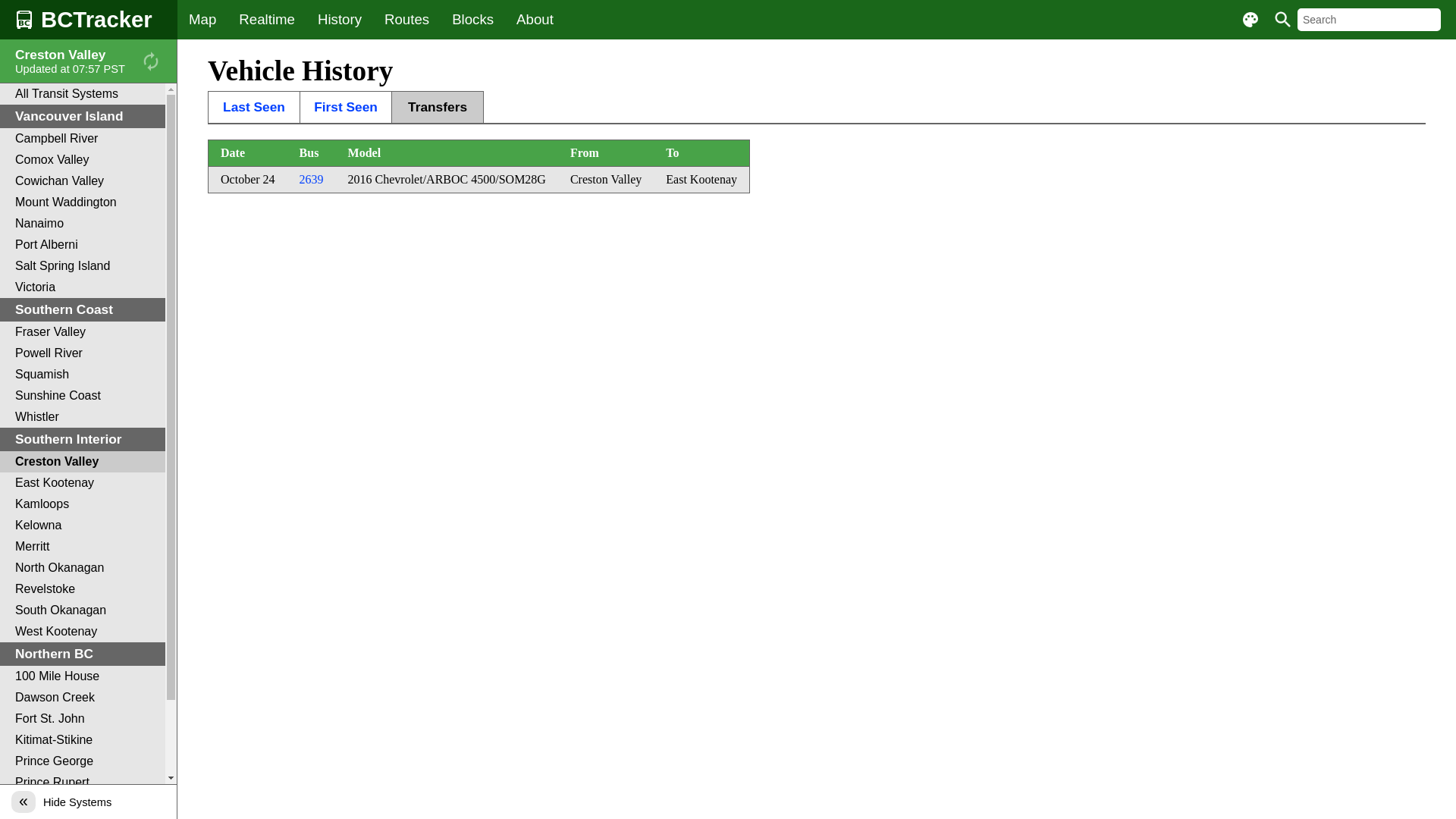 The image size is (1456, 819). I want to click on 'All Transit Systems', so click(82, 93).